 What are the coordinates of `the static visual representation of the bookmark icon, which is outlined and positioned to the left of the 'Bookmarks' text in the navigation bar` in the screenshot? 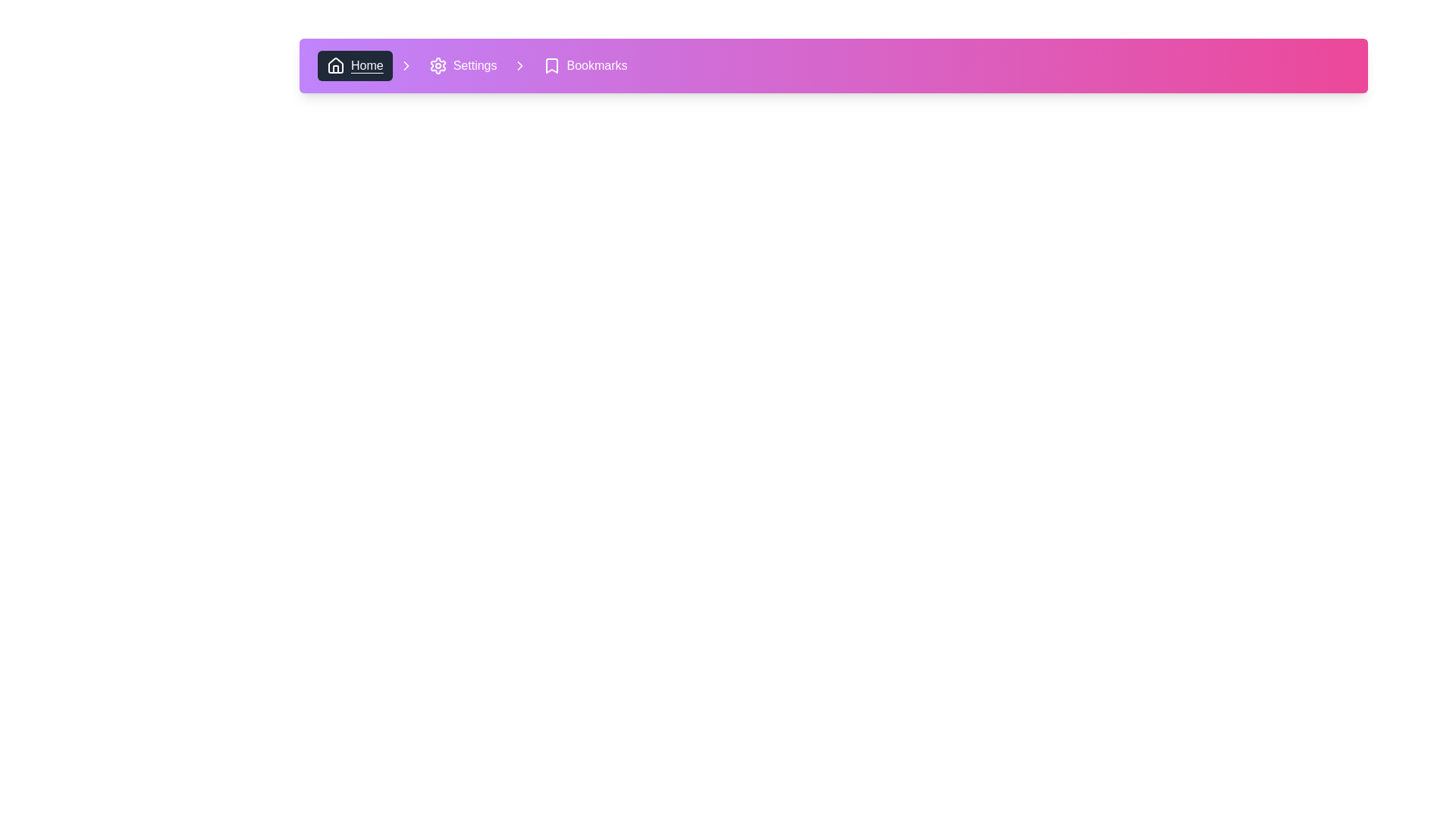 It's located at (551, 65).